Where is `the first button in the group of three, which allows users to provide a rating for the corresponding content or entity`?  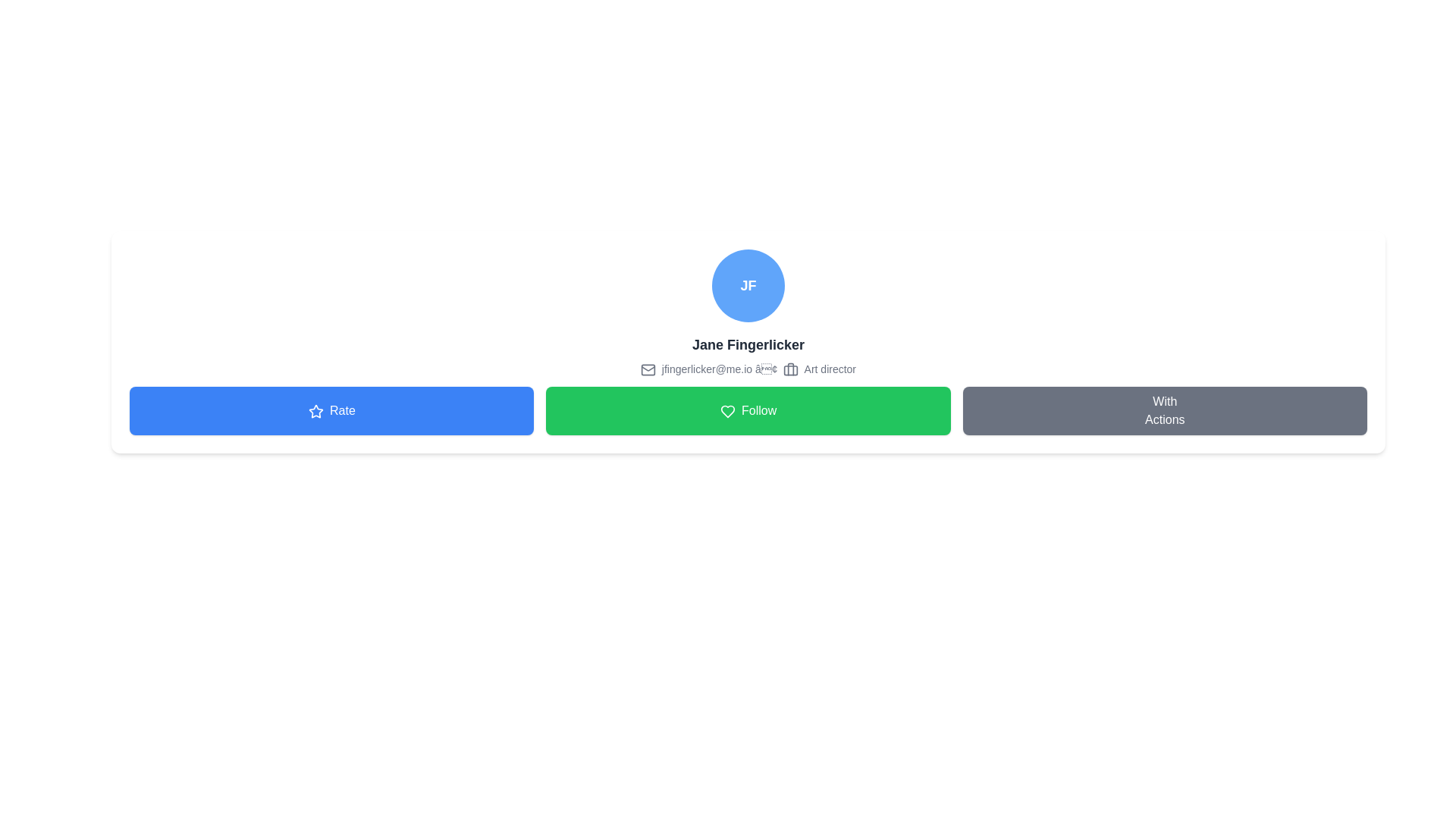
the first button in the group of three, which allows users to provide a rating for the corresponding content or entity is located at coordinates (331, 411).